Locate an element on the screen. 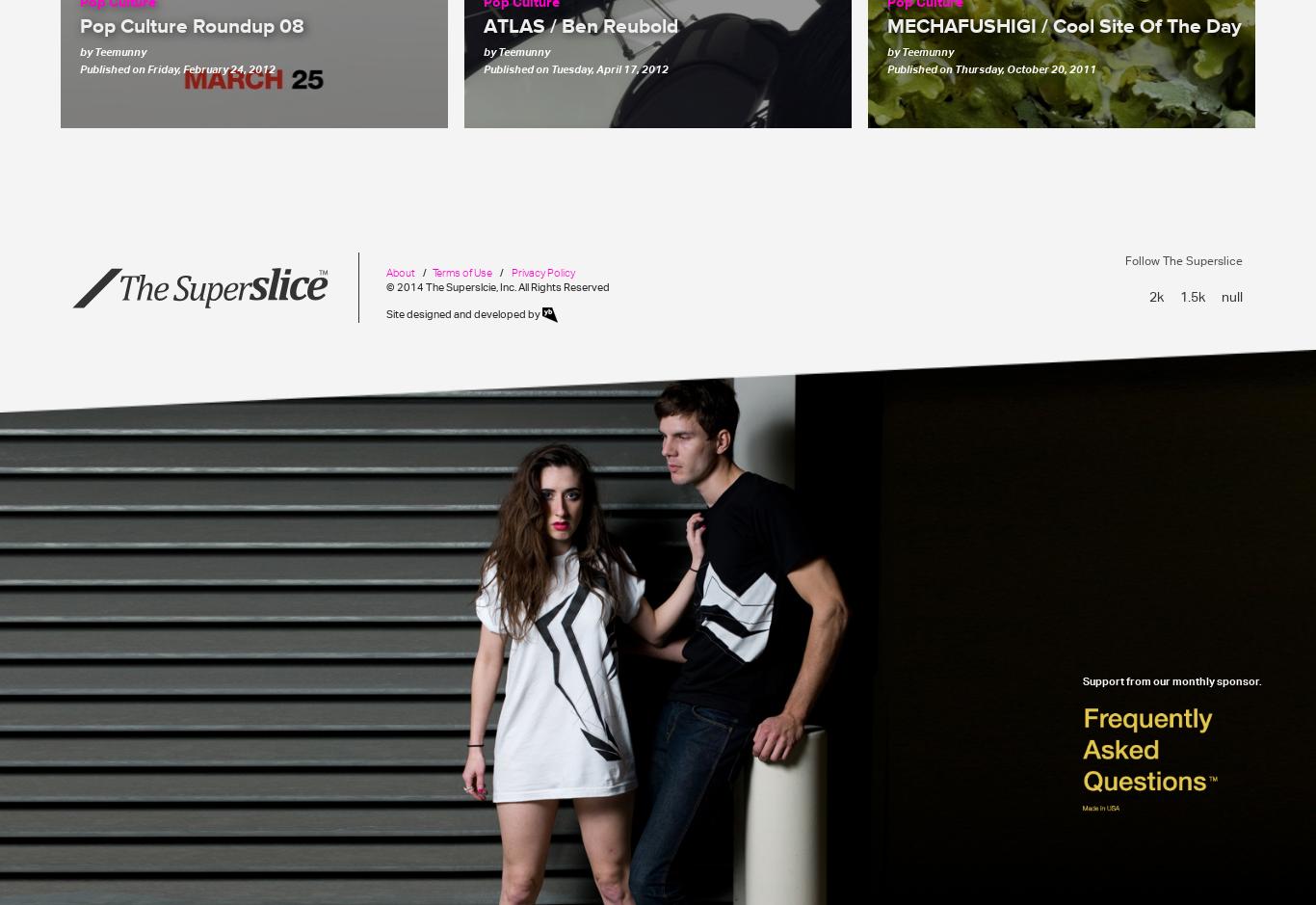 Image resolution: width=1316 pixels, height=905 pixels. 'ATLAS / Ben Reubold' is located at coordinates (484, 25).